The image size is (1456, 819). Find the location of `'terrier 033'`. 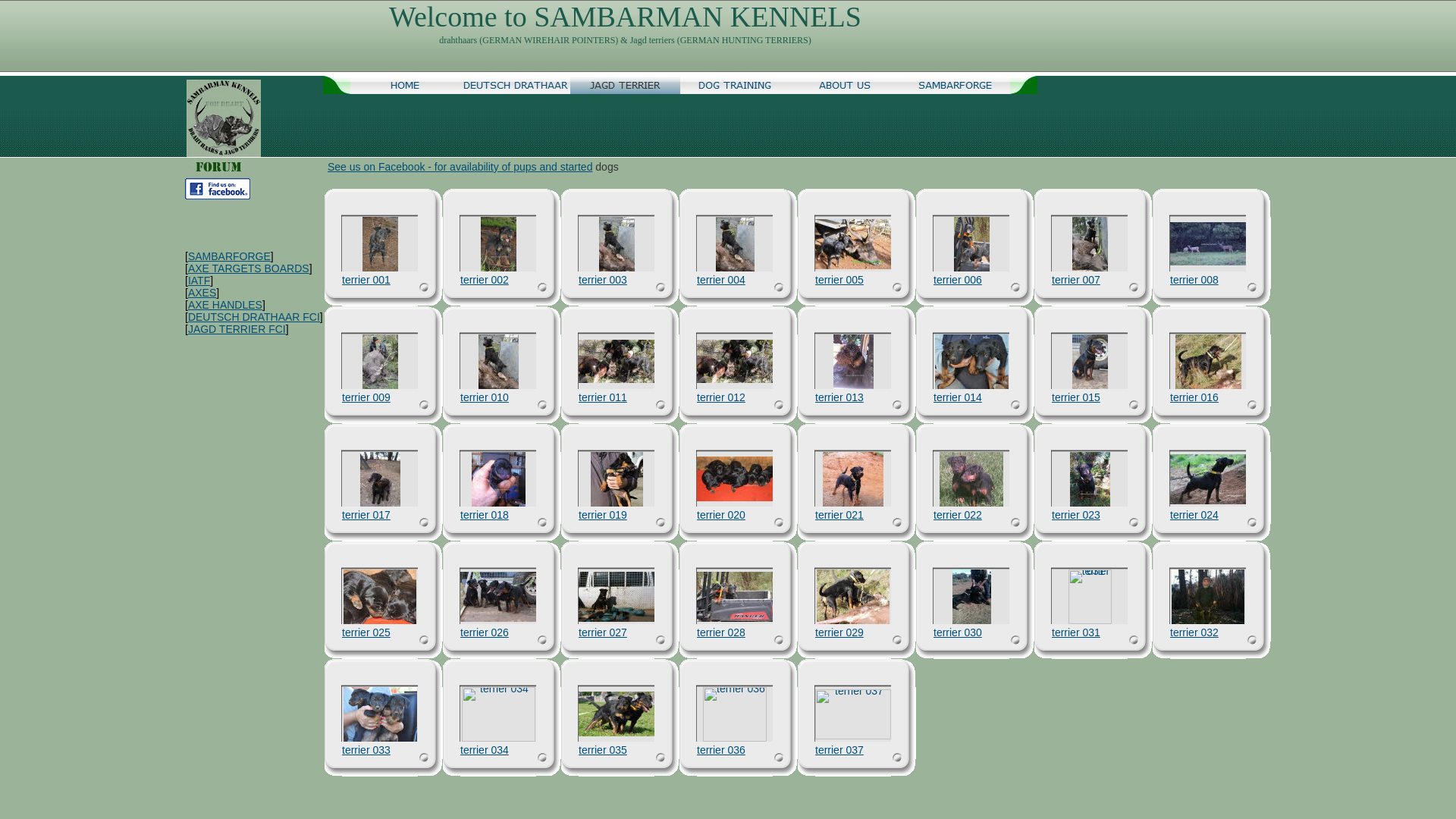

'terrier 033' is located at coordinates (366, 748).